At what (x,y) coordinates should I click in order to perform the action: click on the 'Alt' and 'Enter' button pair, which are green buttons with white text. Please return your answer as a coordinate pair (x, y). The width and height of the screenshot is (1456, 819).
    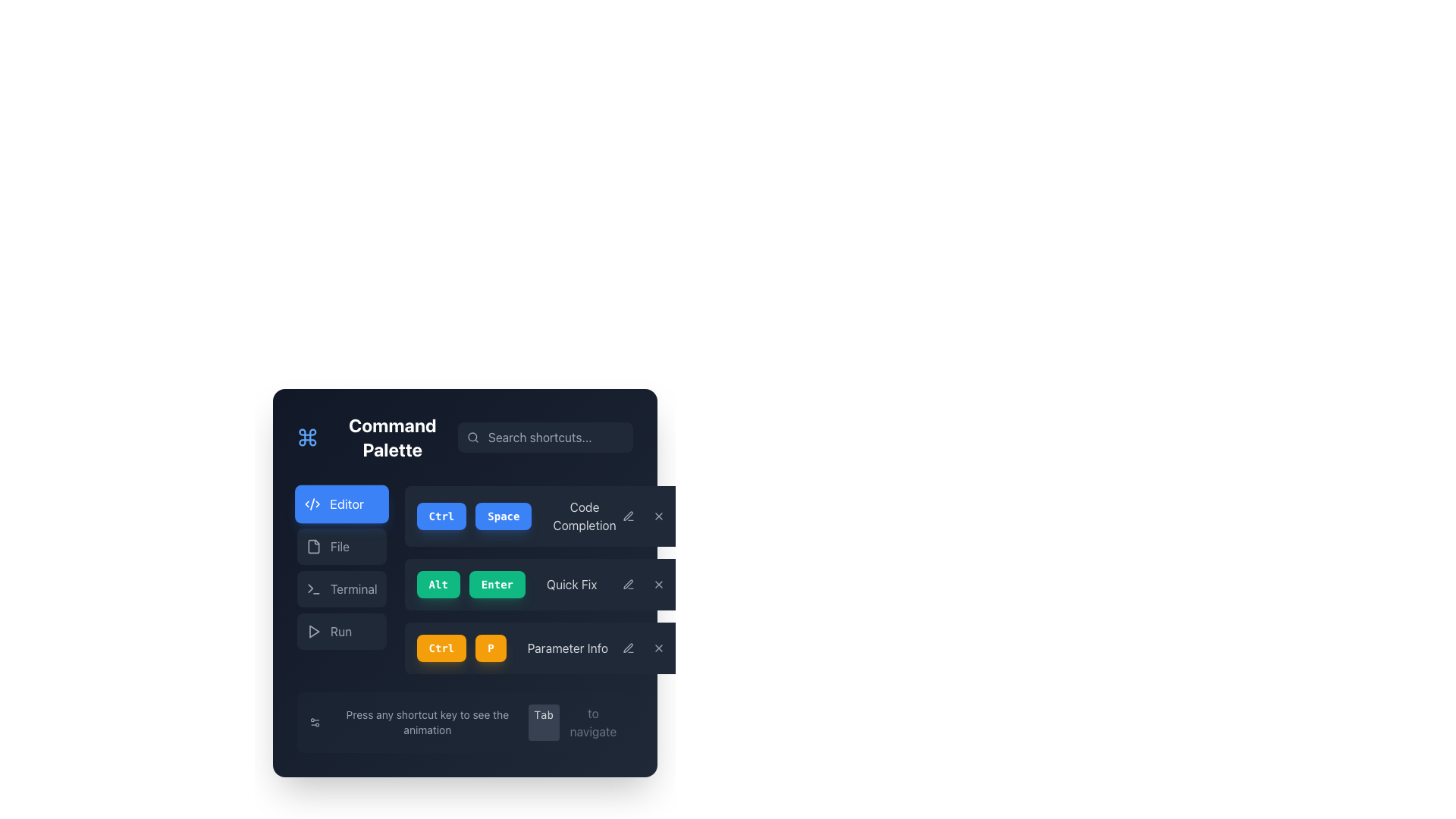
    Looking at the image, I should click on (464, 579).